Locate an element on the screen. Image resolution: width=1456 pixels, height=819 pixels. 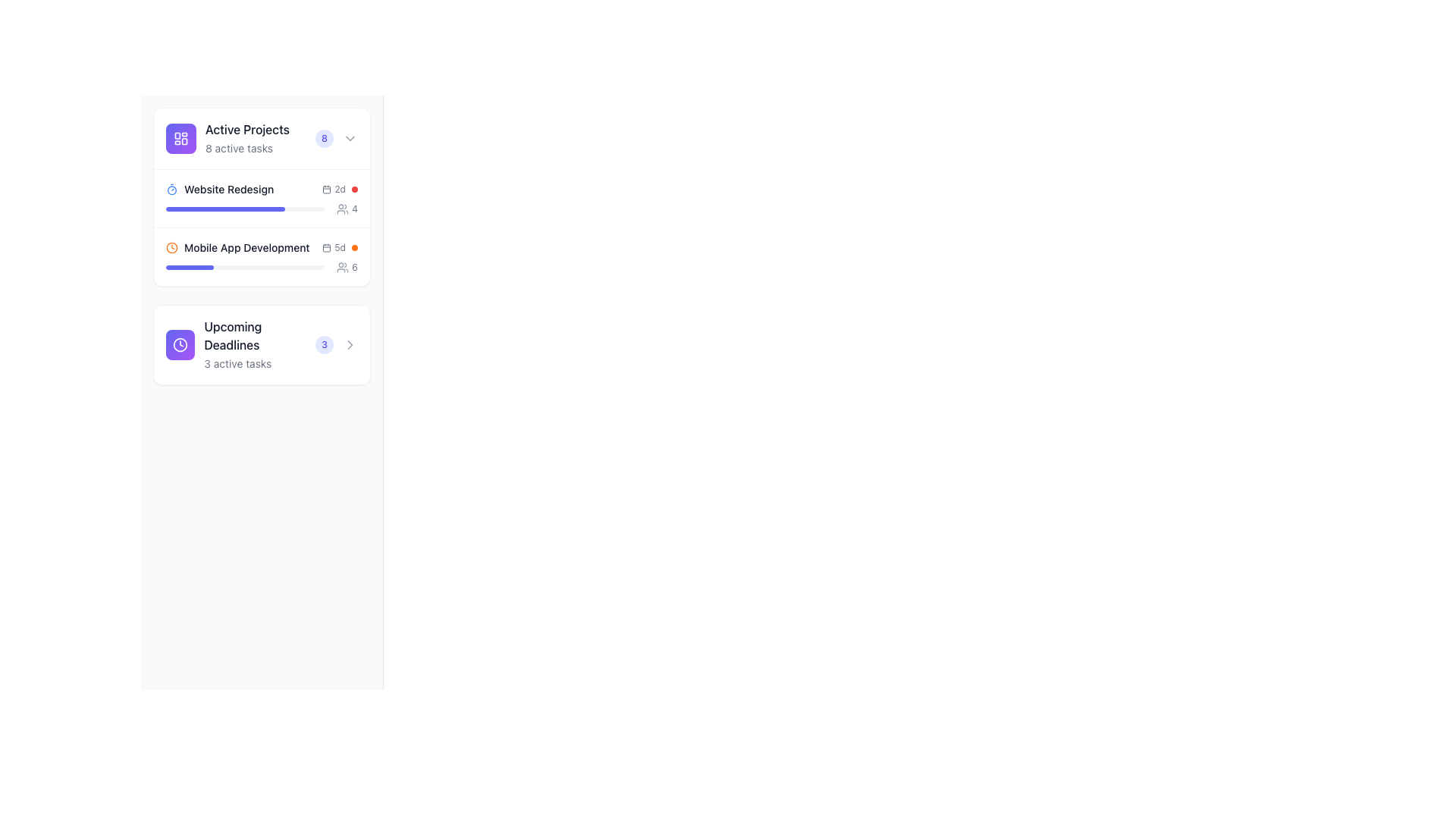
the gray icon depicting two human figures, located to the left of the text '6' in the 'Mobile App Development' task row is located at coordinates (342, 267).